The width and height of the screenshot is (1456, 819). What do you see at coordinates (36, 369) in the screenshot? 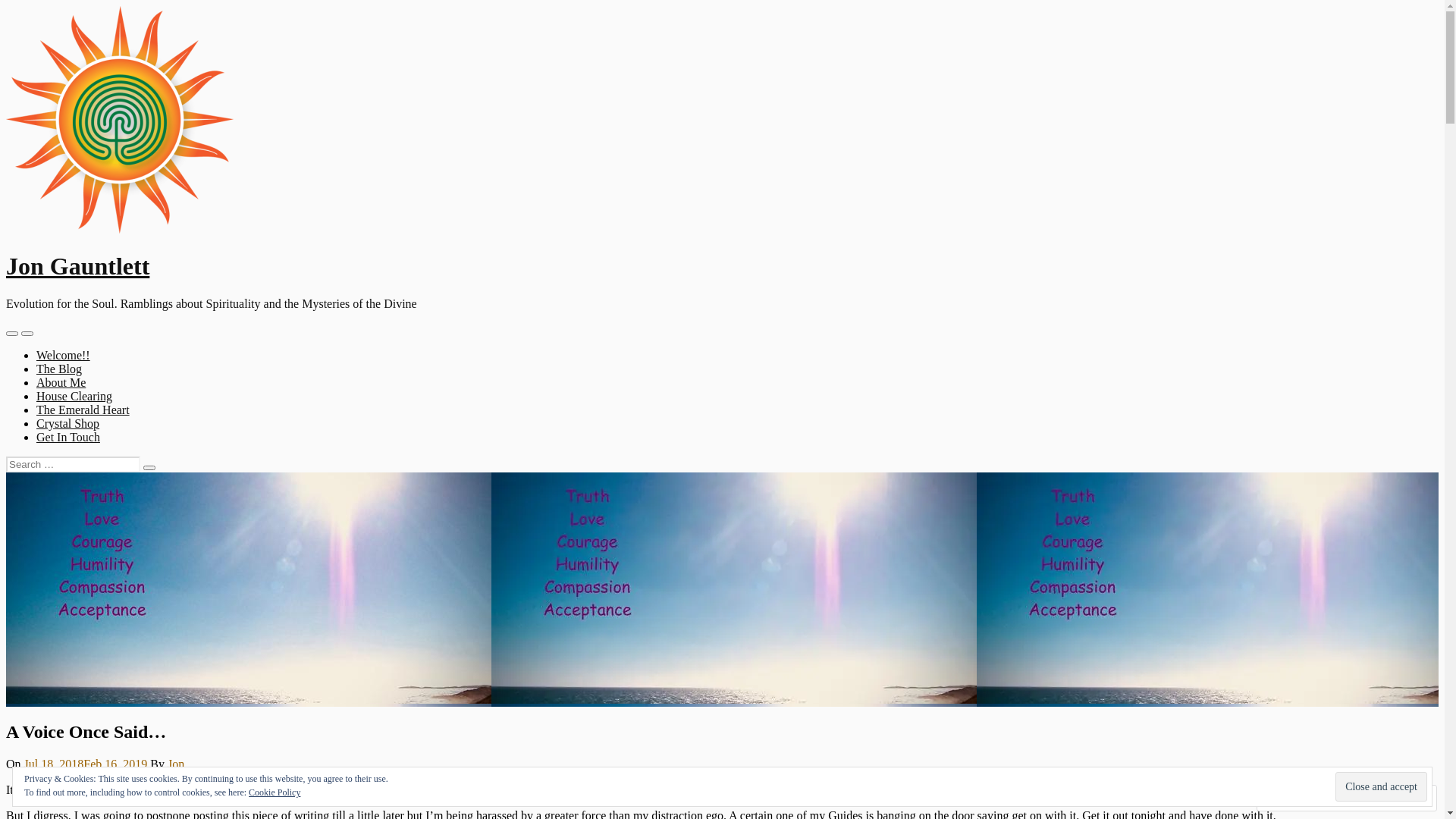
I see `'The Blog'` at bounding box center [36, 369].